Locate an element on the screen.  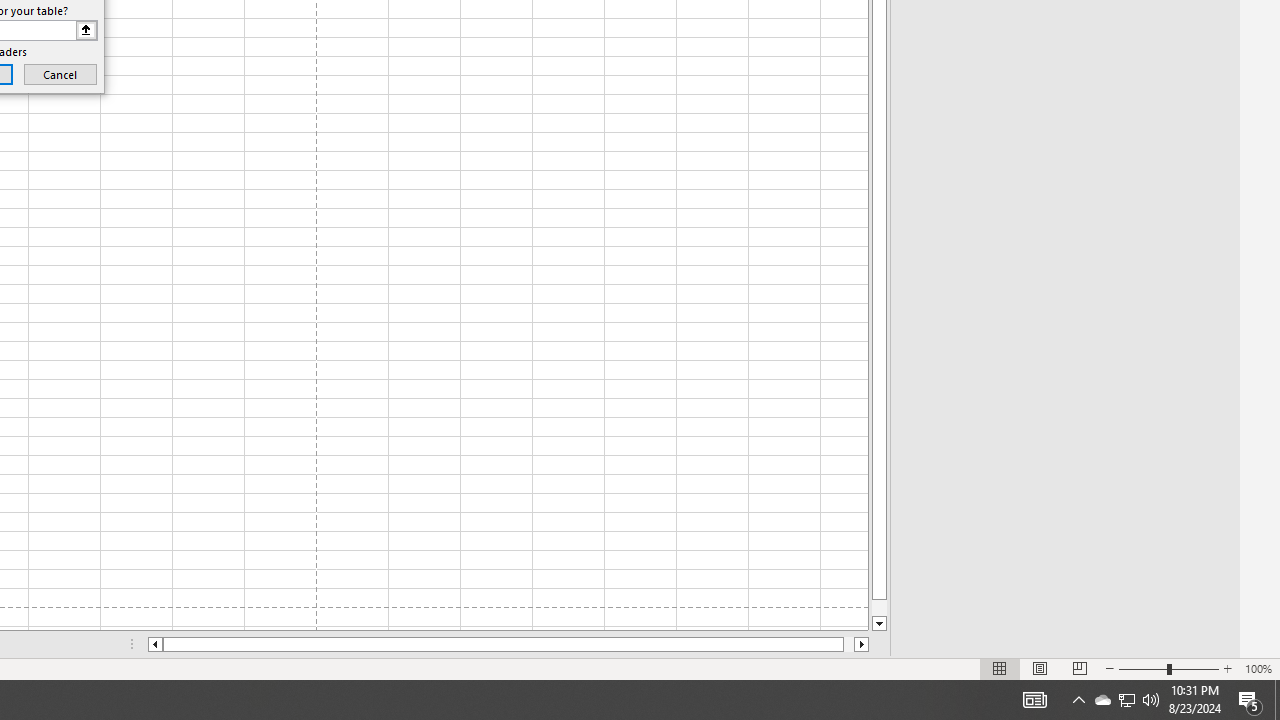
'Column right' is located at coordinates (862, 644).